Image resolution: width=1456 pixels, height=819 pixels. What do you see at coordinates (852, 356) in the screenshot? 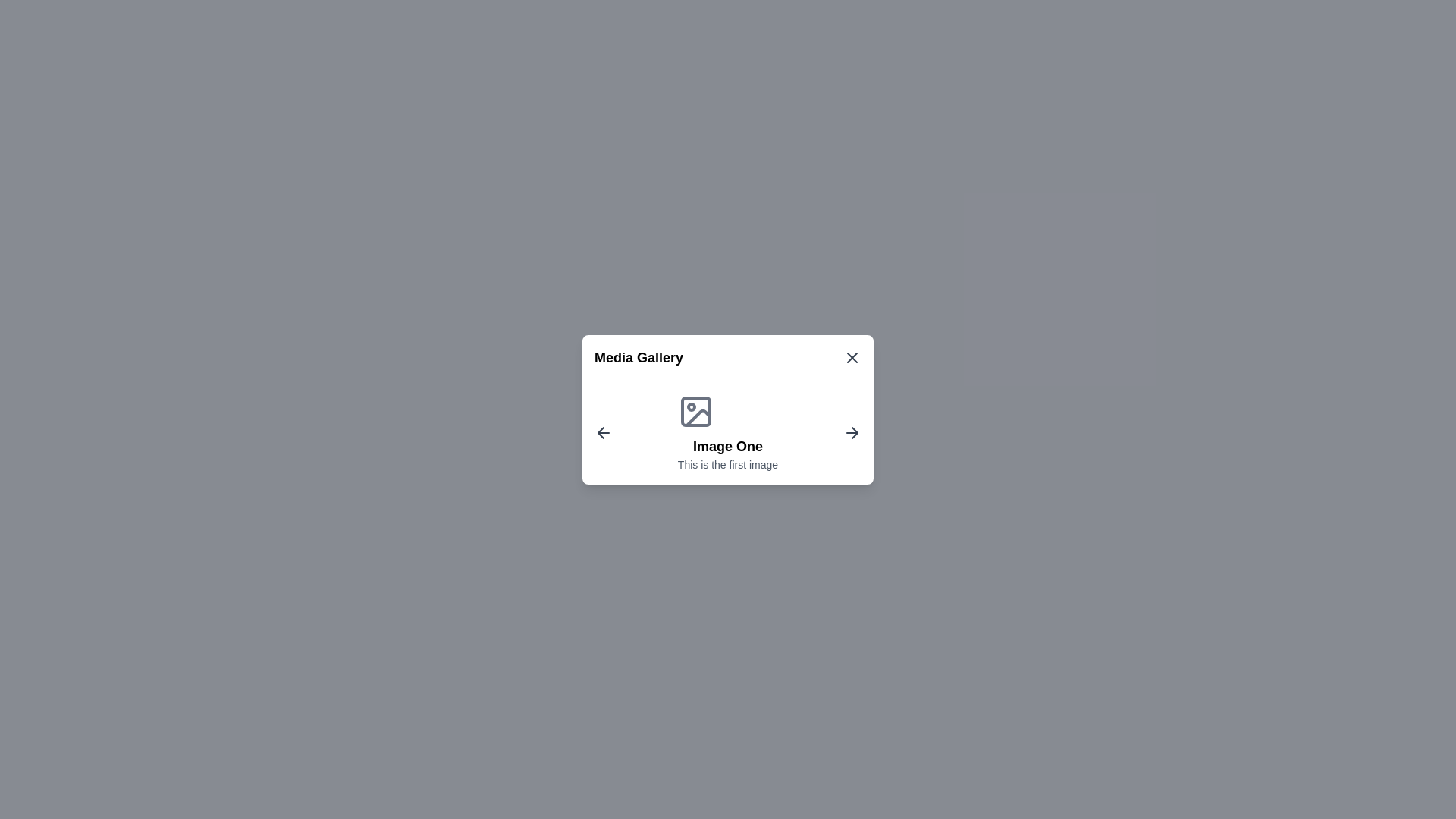
I see `the close button in the top-right corner of the 'Media Gallery' interface` at bounding box center [852, 356].